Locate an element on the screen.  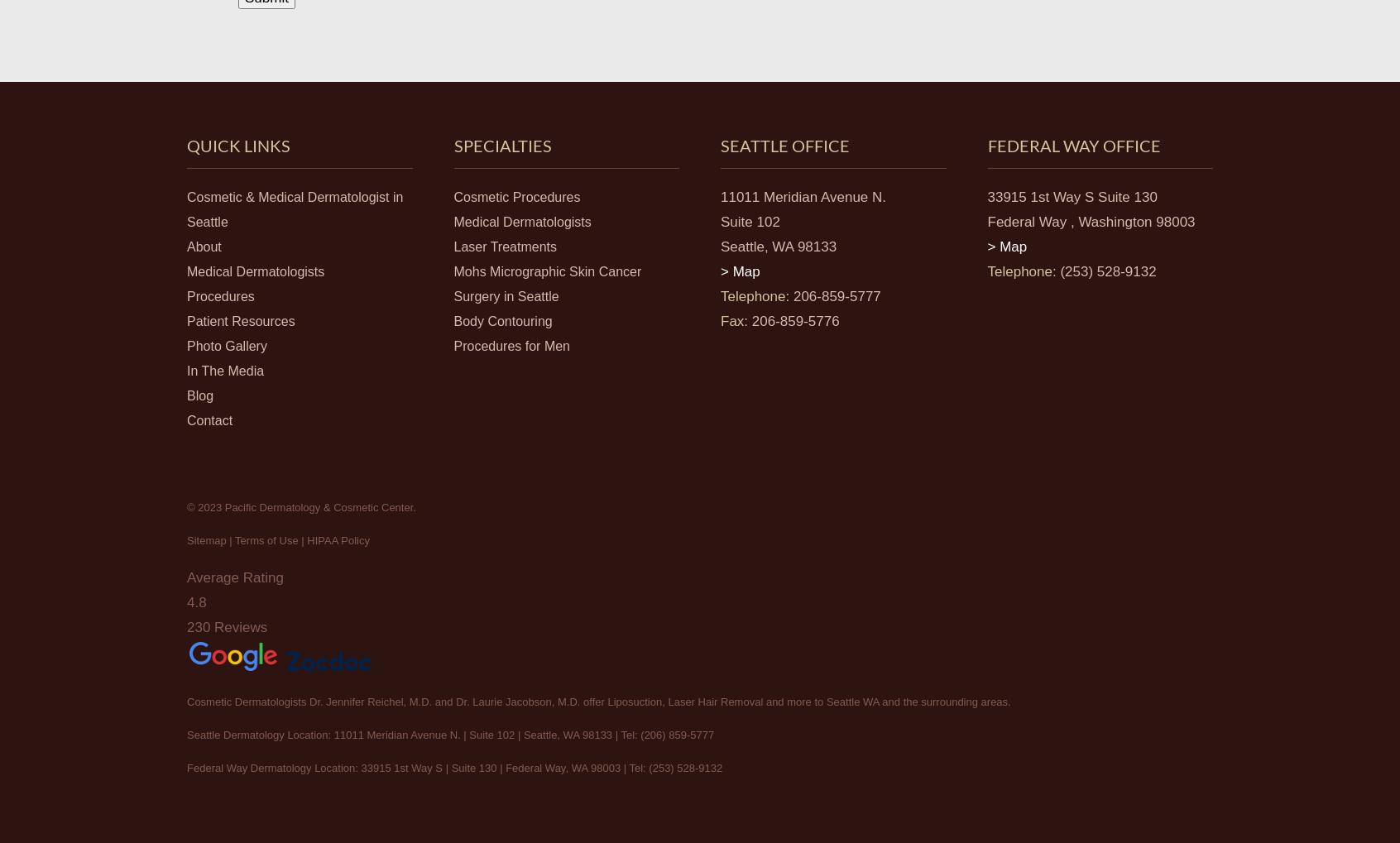
'Seattle Office' is located at coordinates (785, 144).